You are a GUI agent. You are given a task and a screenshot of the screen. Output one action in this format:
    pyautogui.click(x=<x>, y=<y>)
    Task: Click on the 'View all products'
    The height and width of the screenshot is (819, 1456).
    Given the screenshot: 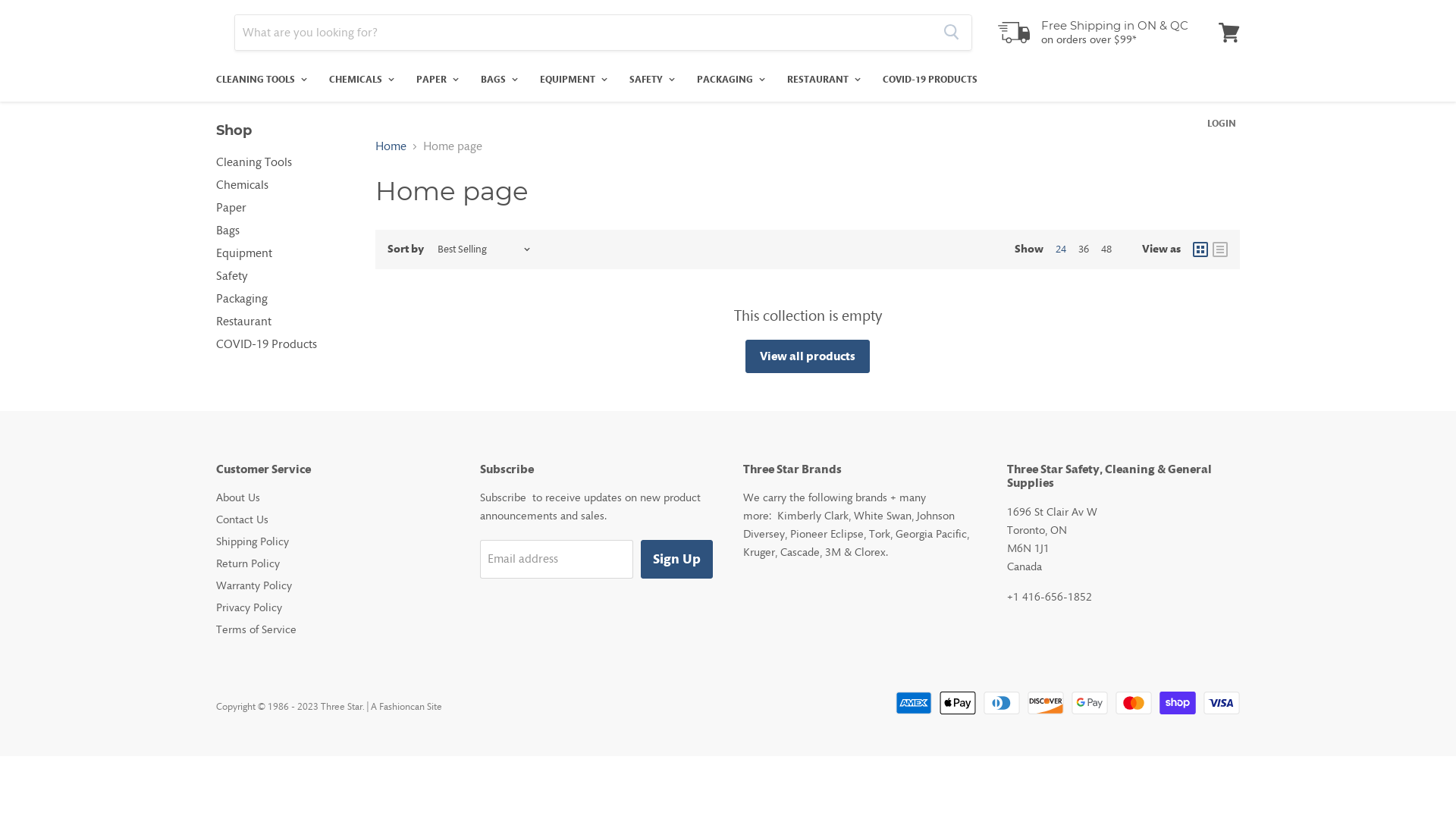 What is the action you would take?
    pyautogui.click(x=807, y=356)
    